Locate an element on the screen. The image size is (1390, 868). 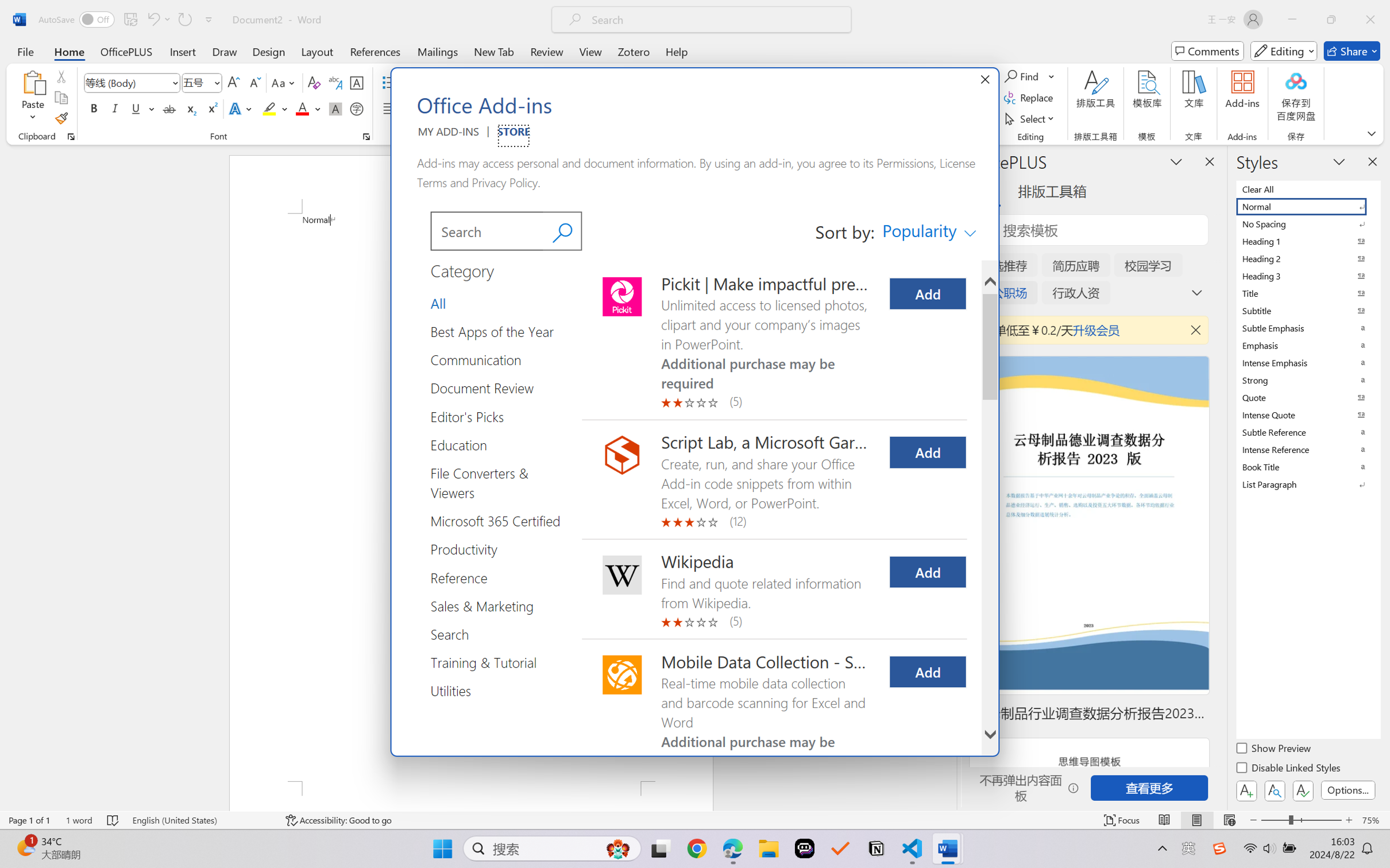
'Options...' is located at coordinates (1346, 789).